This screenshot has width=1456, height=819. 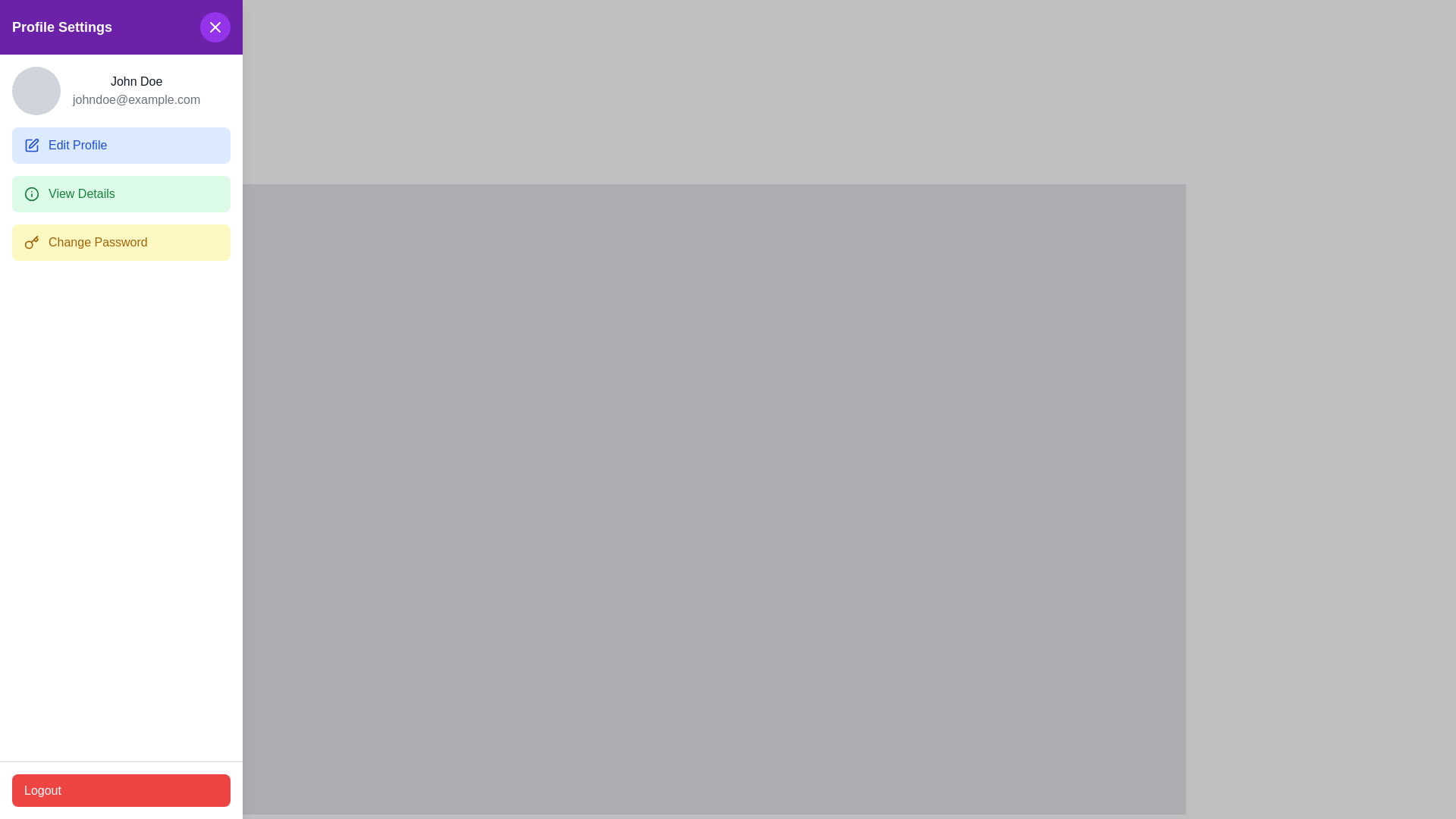 I want to click on the SVG circle graphic component located within the sidebar interface, which serves as an indicator in a row of options, so click(x=32, y=193).